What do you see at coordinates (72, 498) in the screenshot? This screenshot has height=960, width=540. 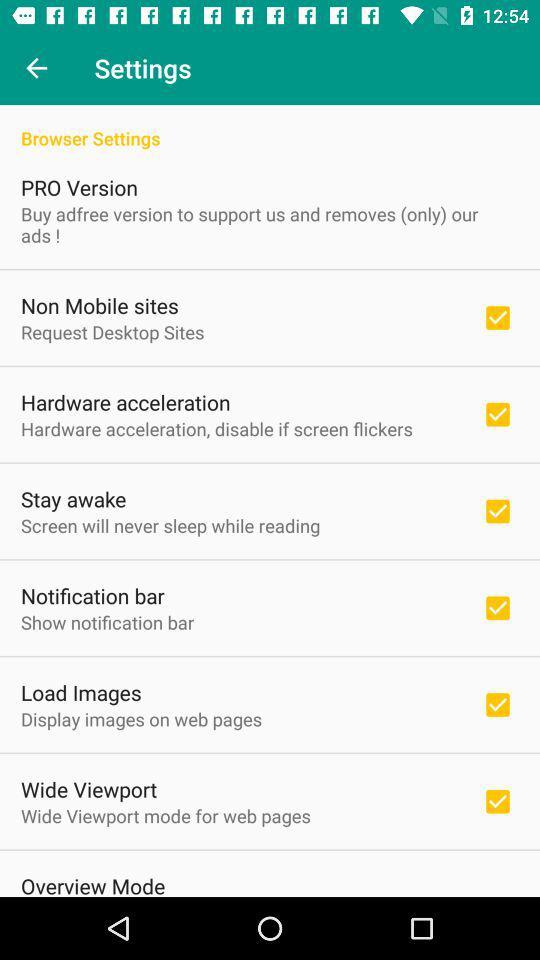 I see `the icon below the hardware acceleration disable icon` at bounding box center [72, 498].